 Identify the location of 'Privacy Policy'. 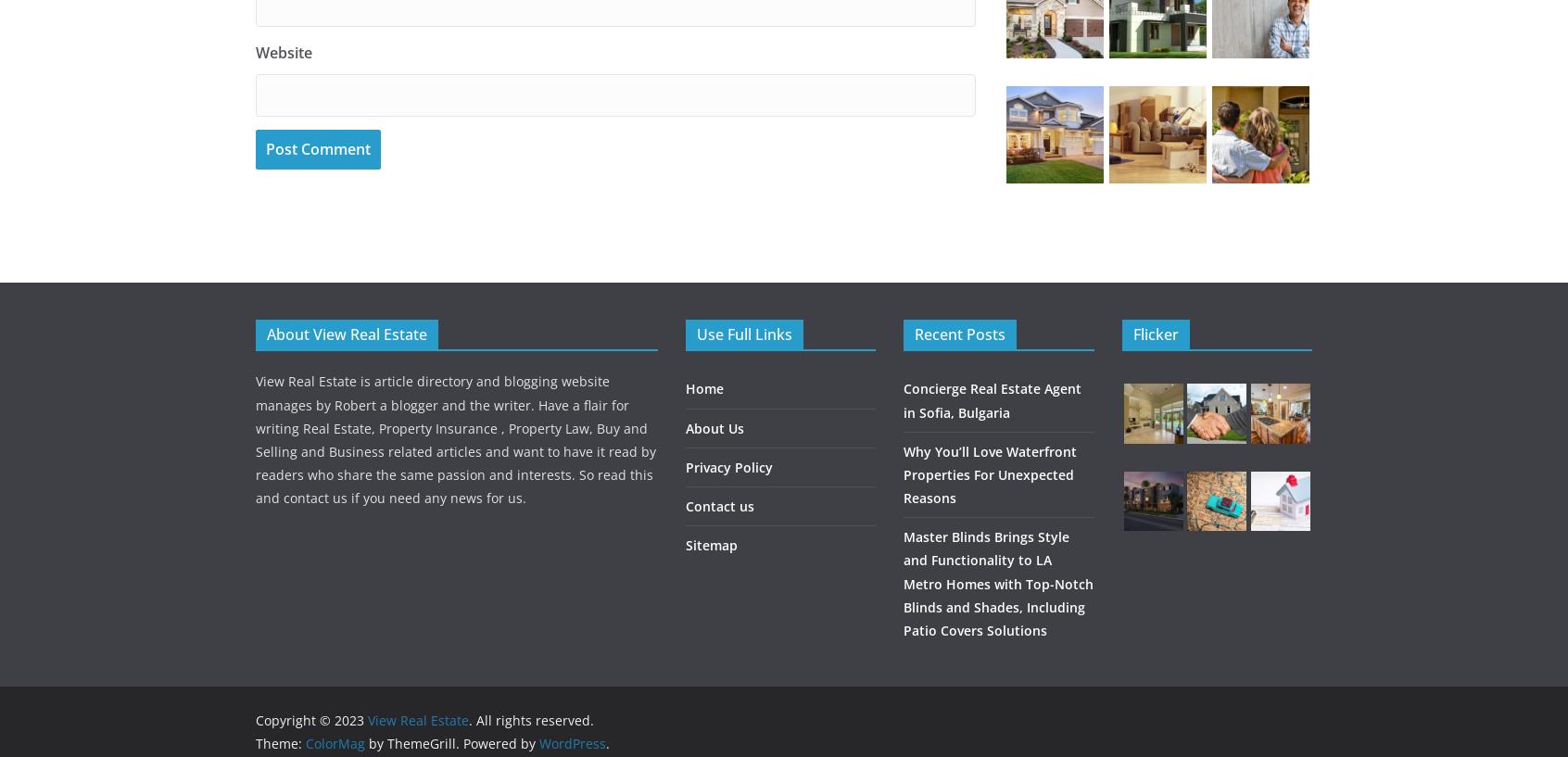
(727, 465).